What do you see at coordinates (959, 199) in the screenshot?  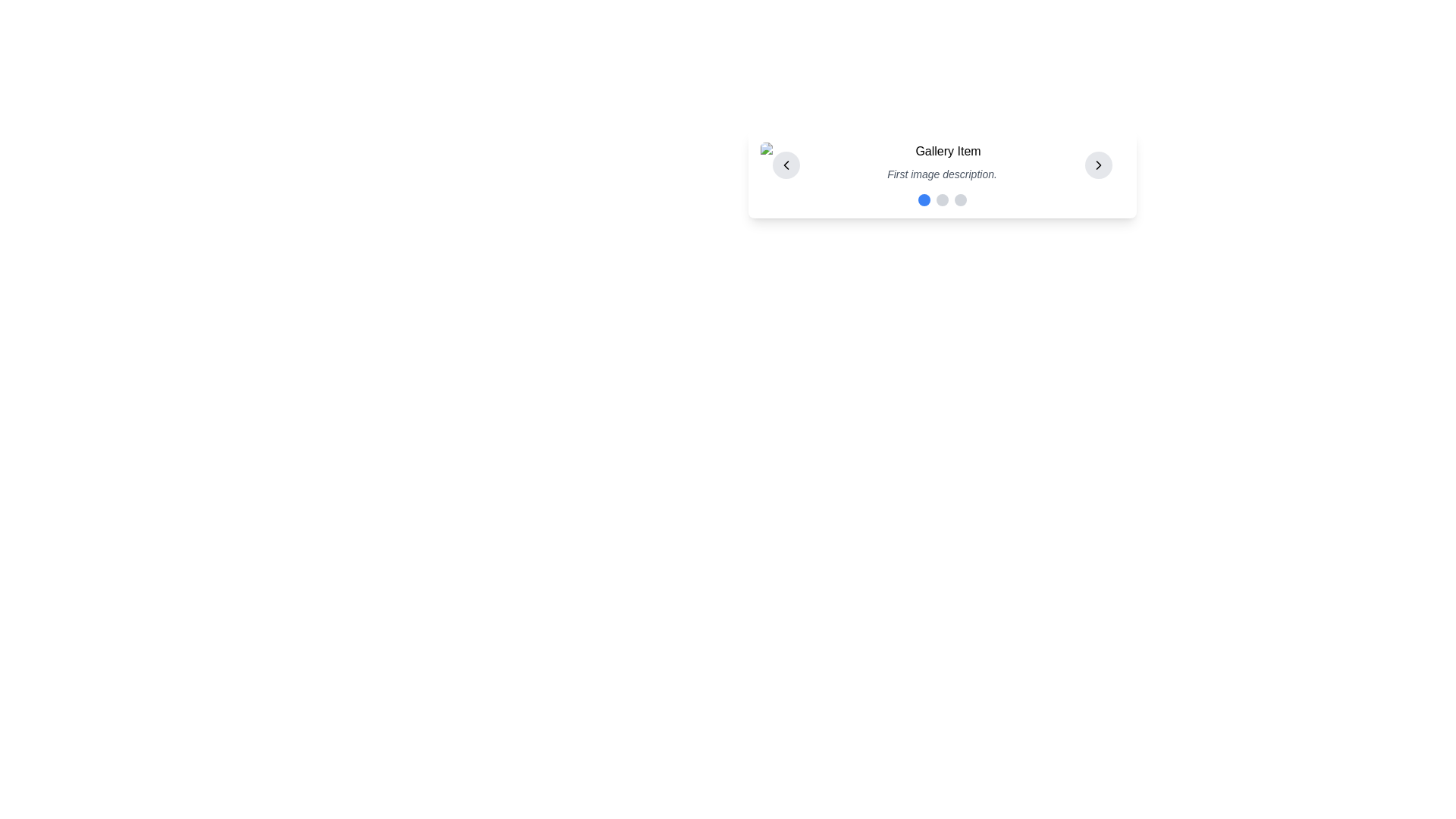 I see `the third circular Carousel indicator with a gray background located under the 'Gallery Item' section` at bounding box center [959, 199].